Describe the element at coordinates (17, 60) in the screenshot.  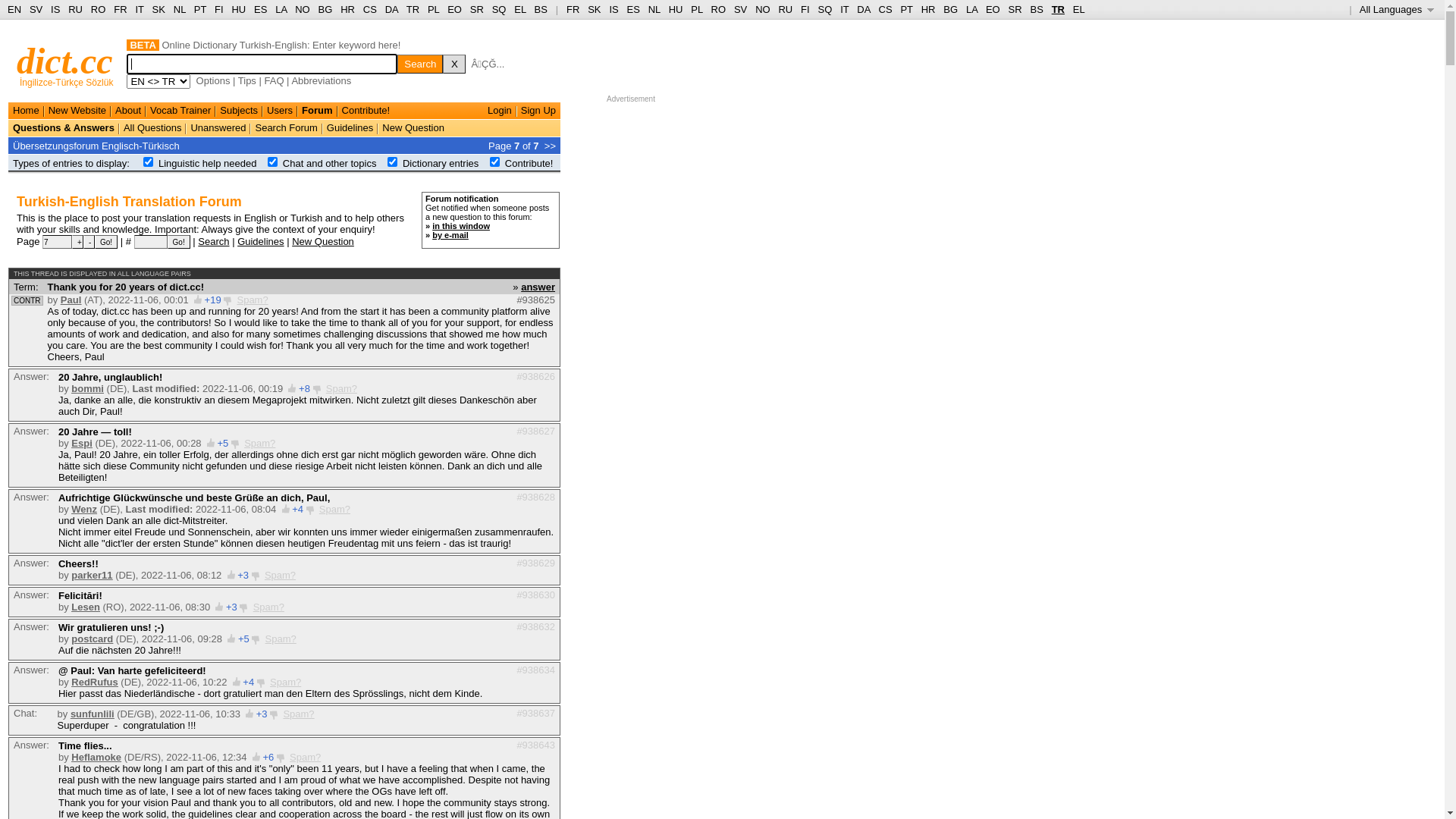
I see `'dict.cc'` at that location.